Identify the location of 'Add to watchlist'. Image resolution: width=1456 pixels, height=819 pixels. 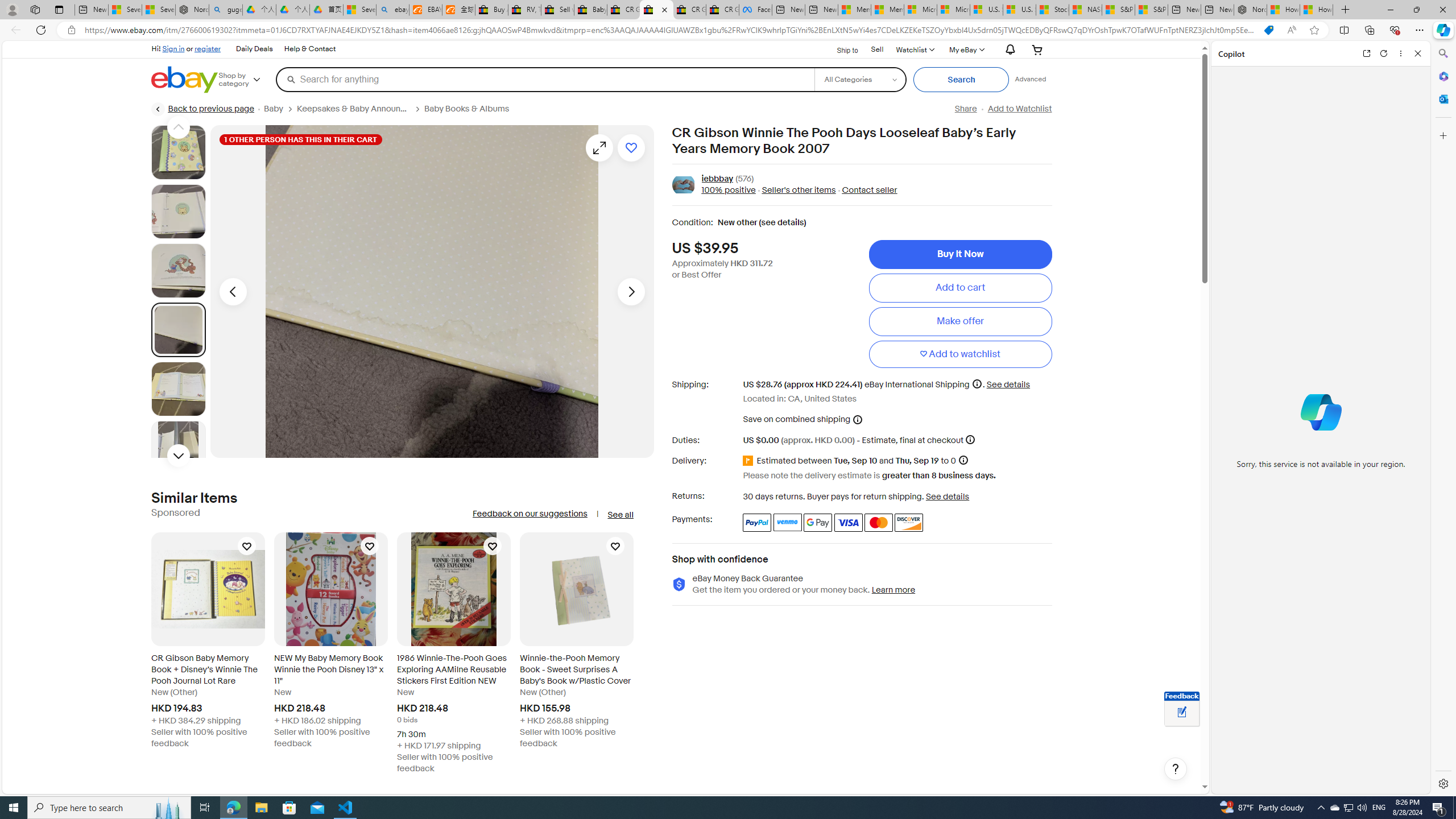
(959, 353).